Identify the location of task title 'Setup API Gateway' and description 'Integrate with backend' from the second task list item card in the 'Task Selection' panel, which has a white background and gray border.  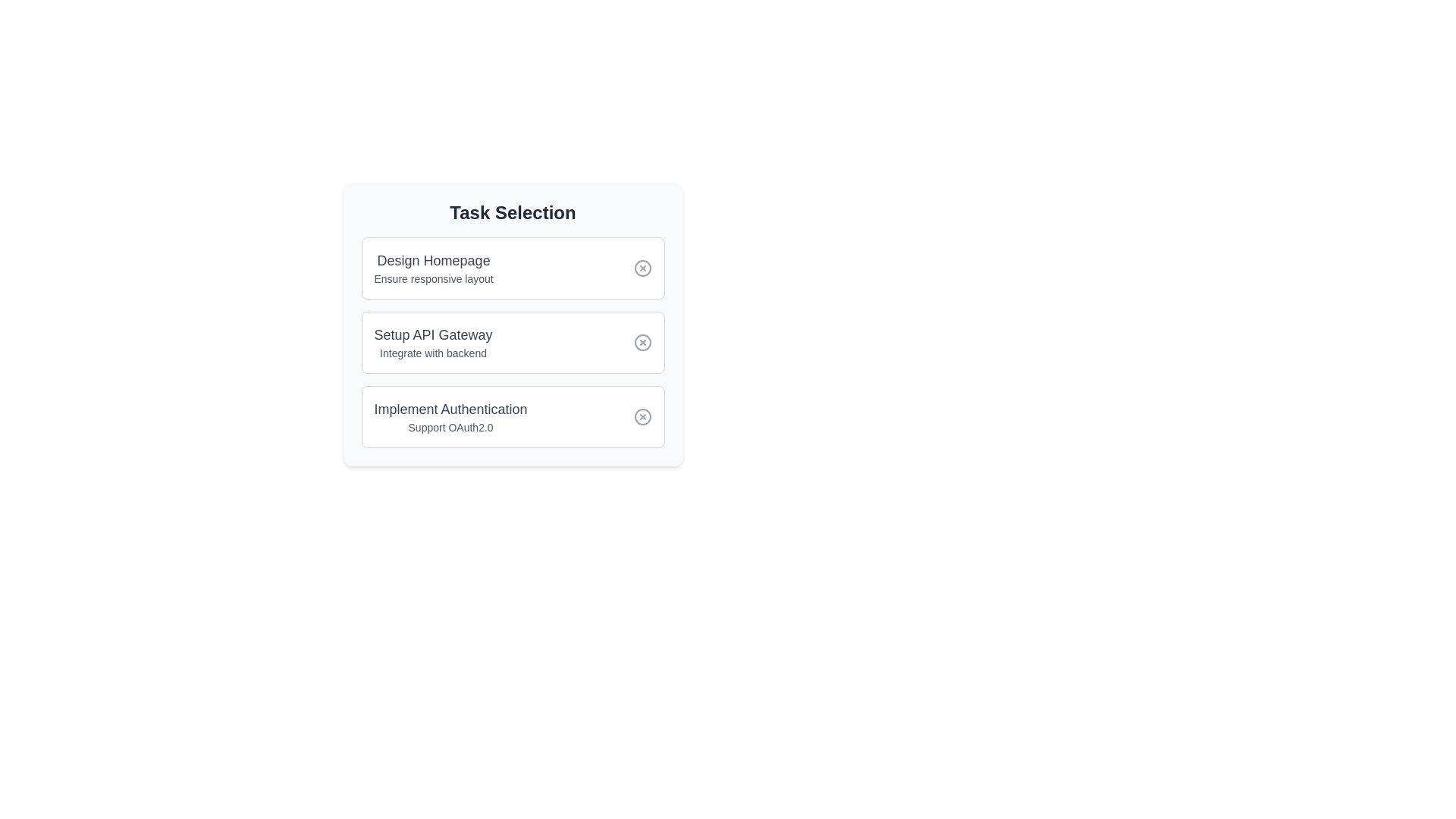
(513, 342).